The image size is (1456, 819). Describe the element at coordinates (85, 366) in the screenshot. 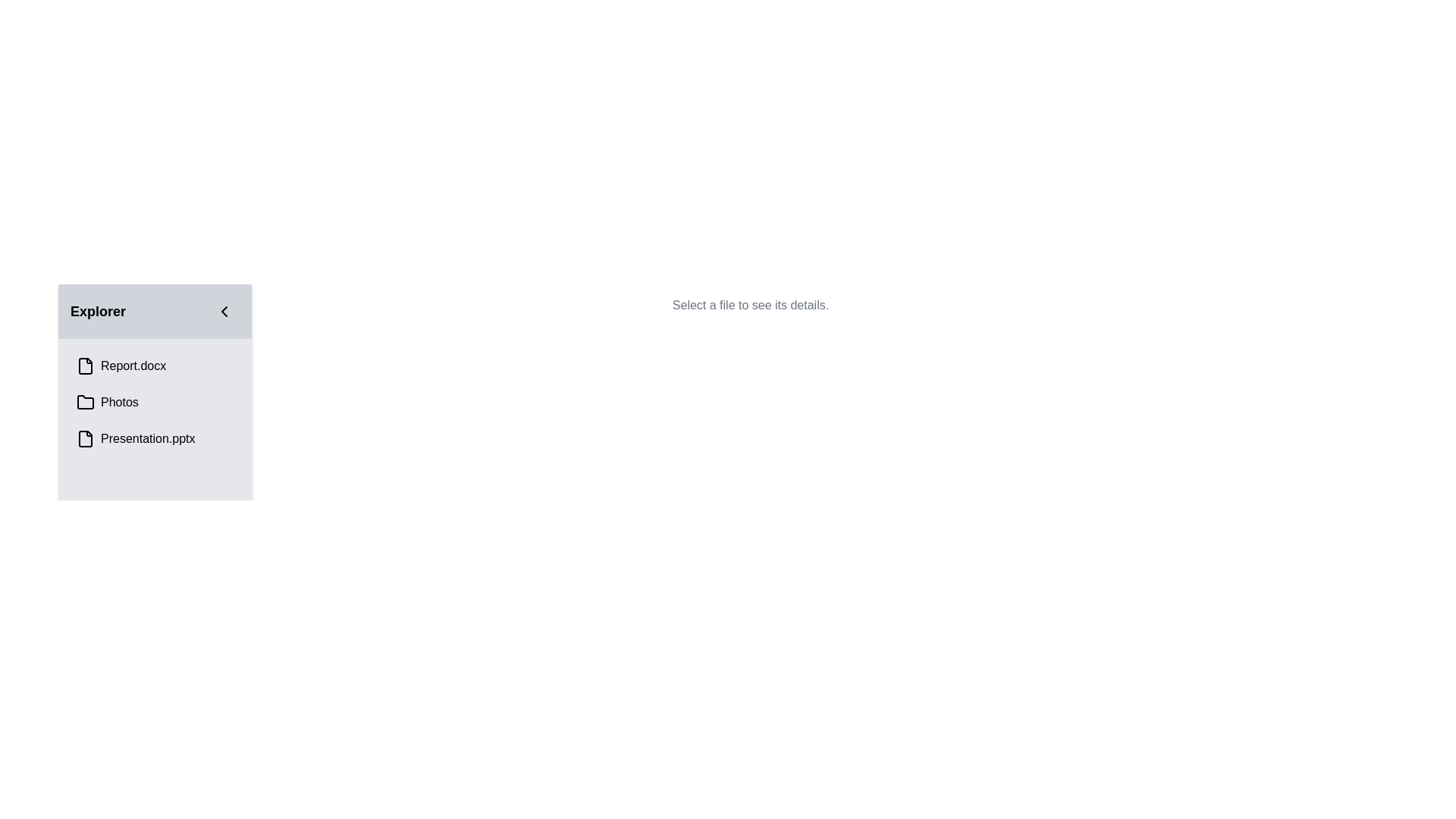

I see `the icon representing the 'Report.docx' file entry located in the topmost item of the list under the 'Explorer' title in the left sidebar of the interface` at that location.